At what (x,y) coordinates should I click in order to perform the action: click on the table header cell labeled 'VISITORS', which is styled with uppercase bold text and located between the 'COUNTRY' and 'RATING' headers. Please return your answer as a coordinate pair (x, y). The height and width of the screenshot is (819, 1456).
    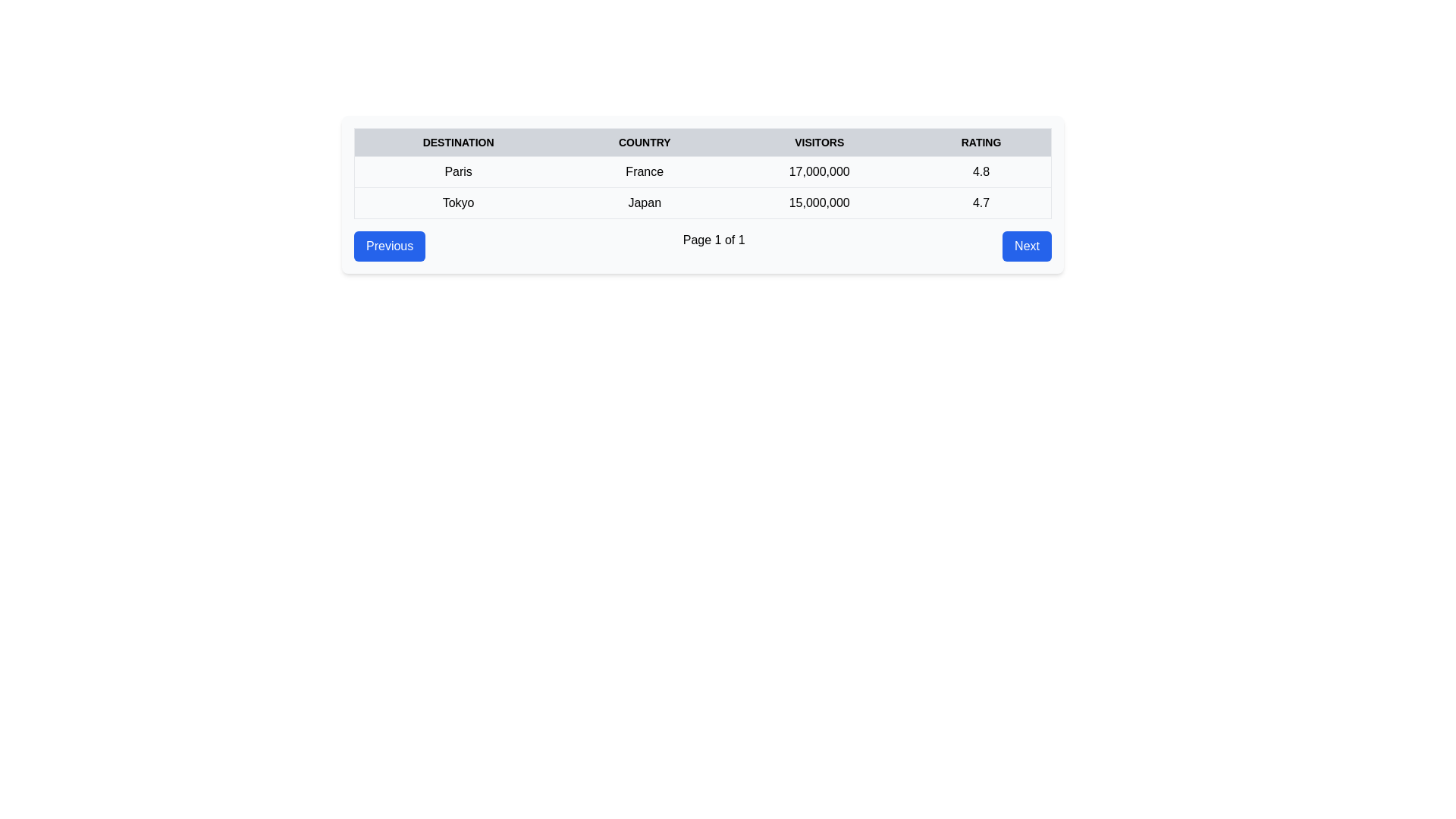
    Looking at the image, I should click on (818, 143).